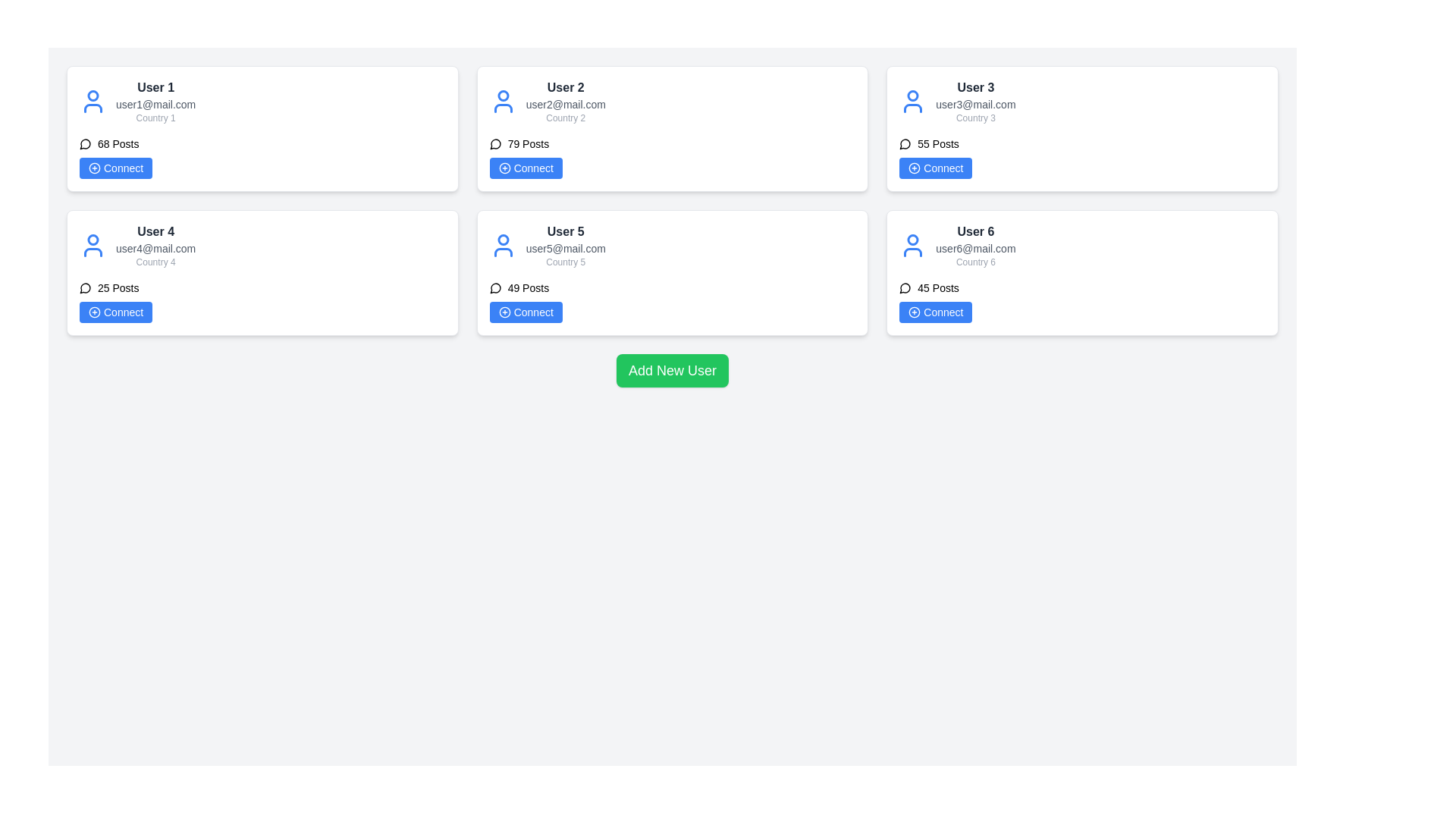  Describe the element at coordinates (118, 143) in the screenshot. I see `informational text label indicating the number of posts or comments associated with 'User 1', located within the card in the top-left corner of the layout grid, immediately to the right of the speech bubble icon and above the 'Connect' button` at that location.